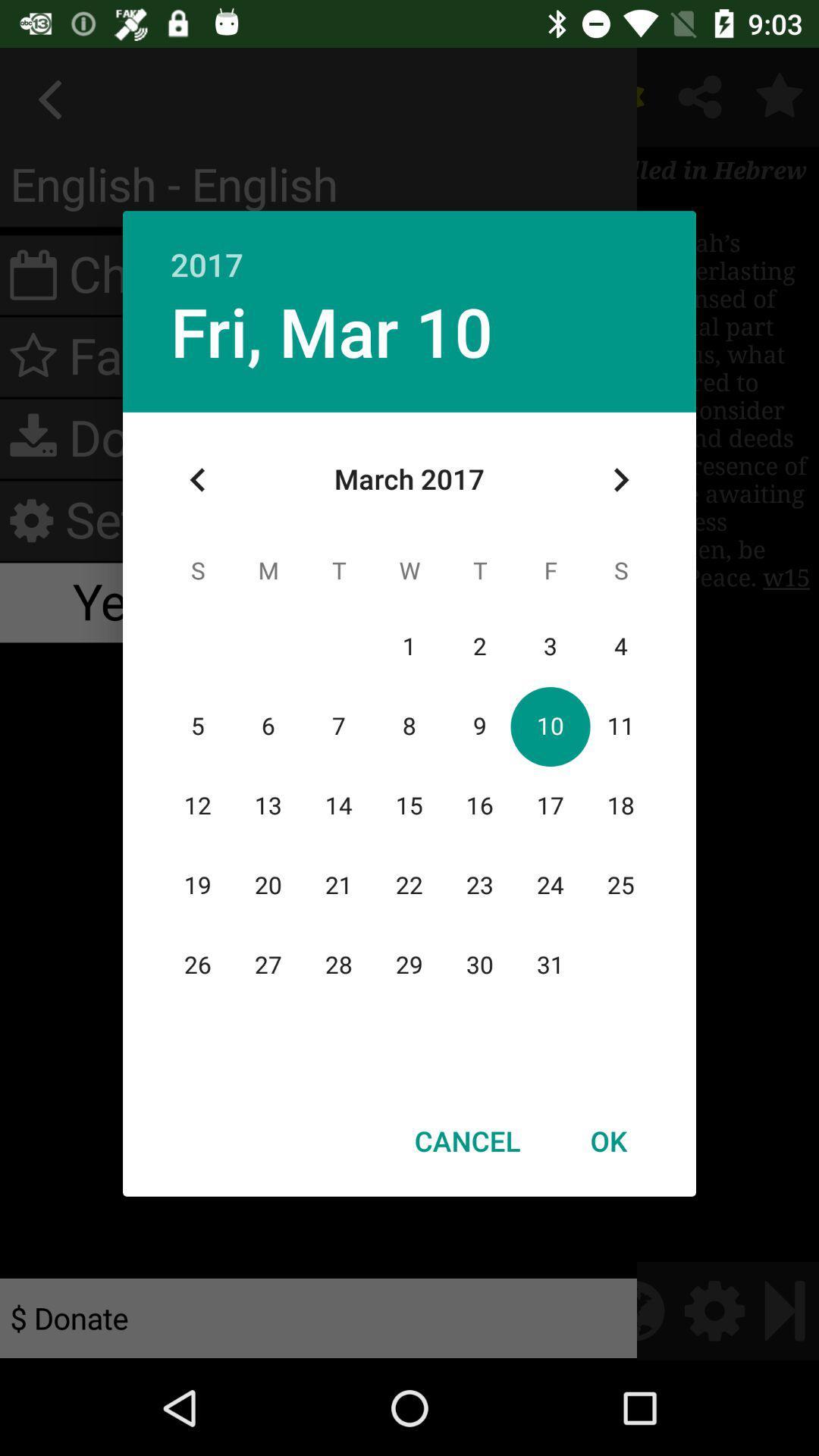 This screenshot has width=819, height=1456. I want to click on the 2017 app, so click(409, 248).